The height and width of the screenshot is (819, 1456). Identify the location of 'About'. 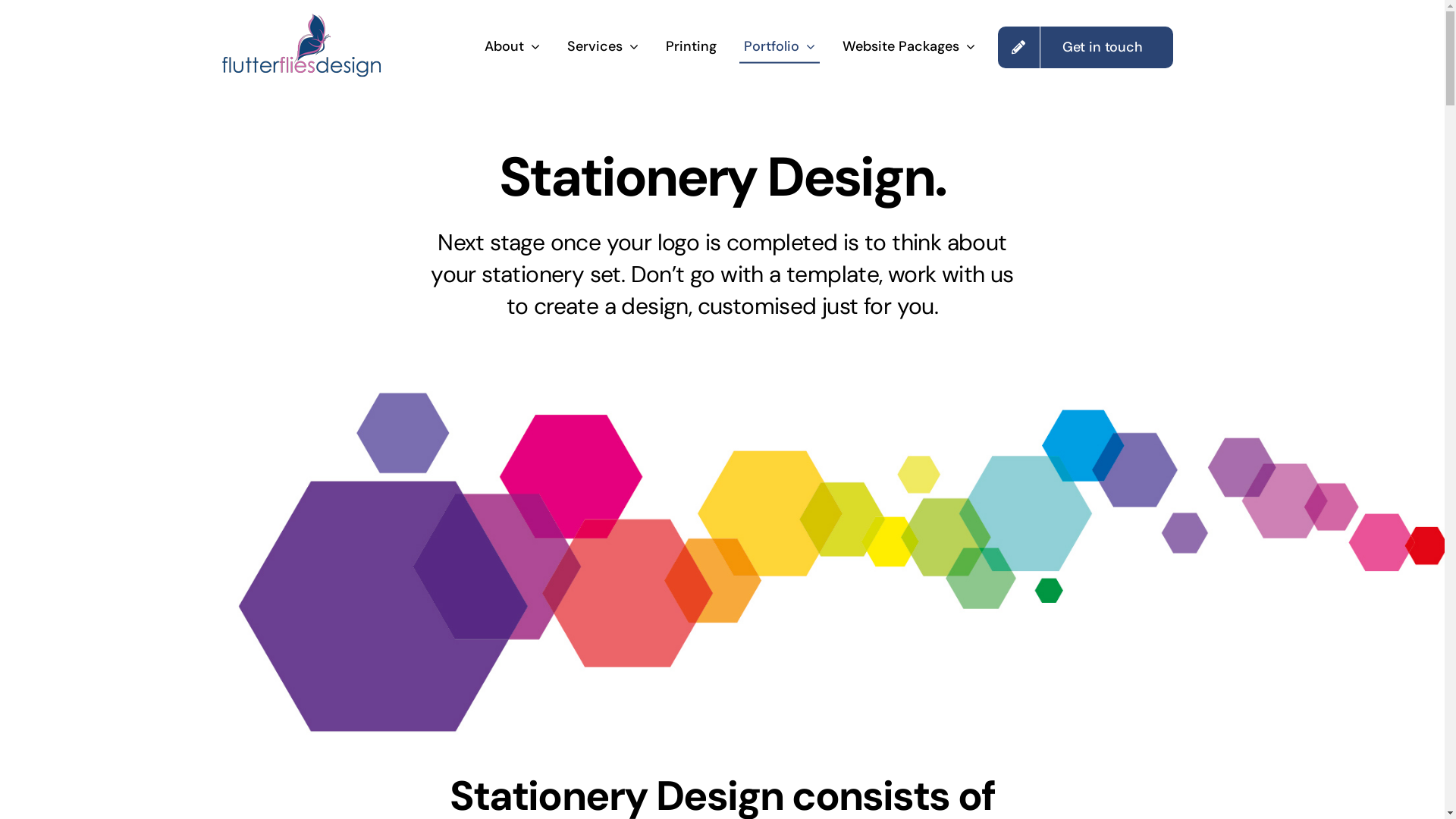
(512, 46).